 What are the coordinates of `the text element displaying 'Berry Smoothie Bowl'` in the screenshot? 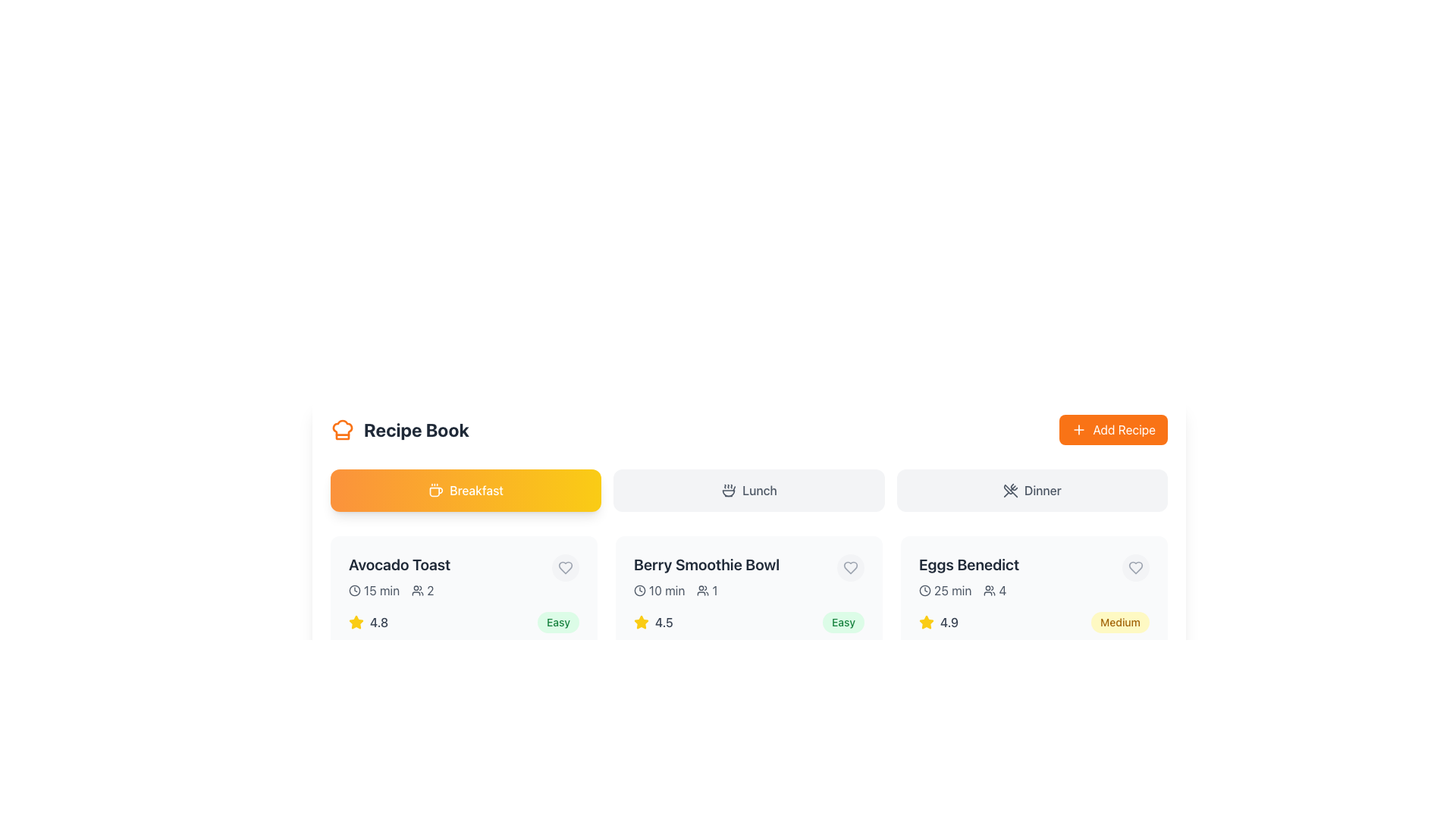 It's located at (705, 564).